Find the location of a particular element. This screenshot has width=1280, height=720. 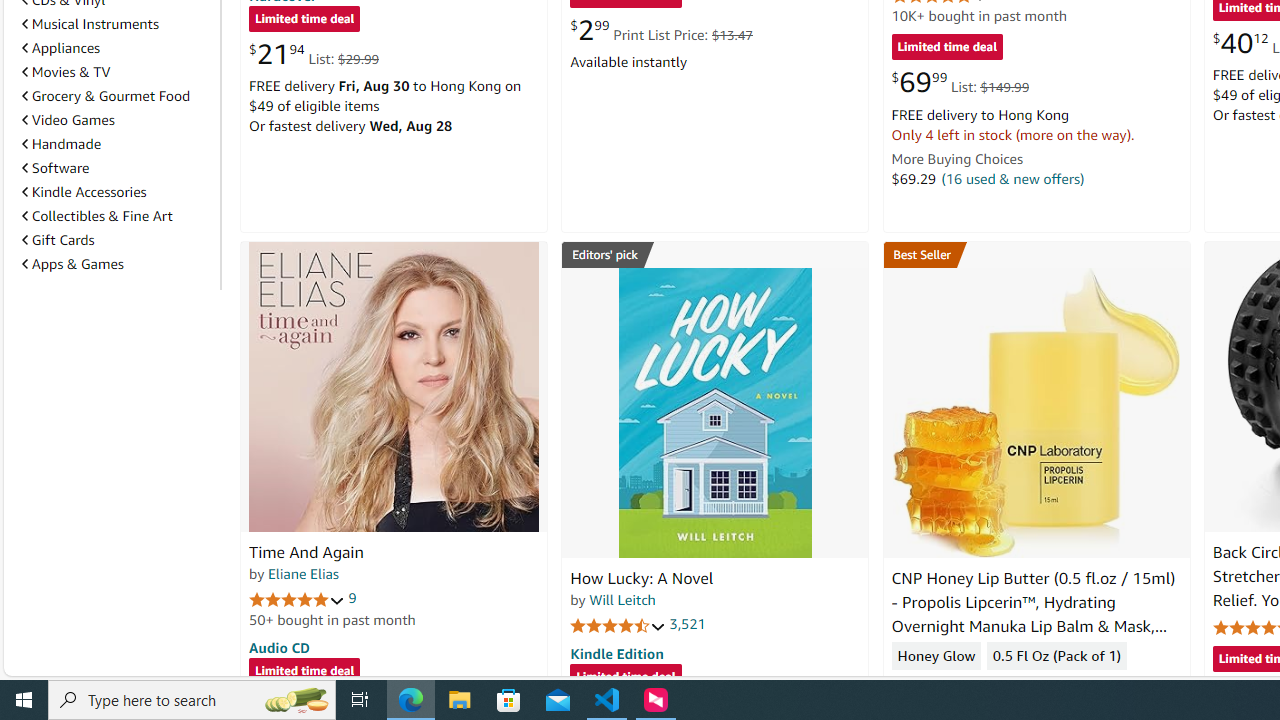

'Grocery & Gourmet Food' is located at coordinates (105, 96).